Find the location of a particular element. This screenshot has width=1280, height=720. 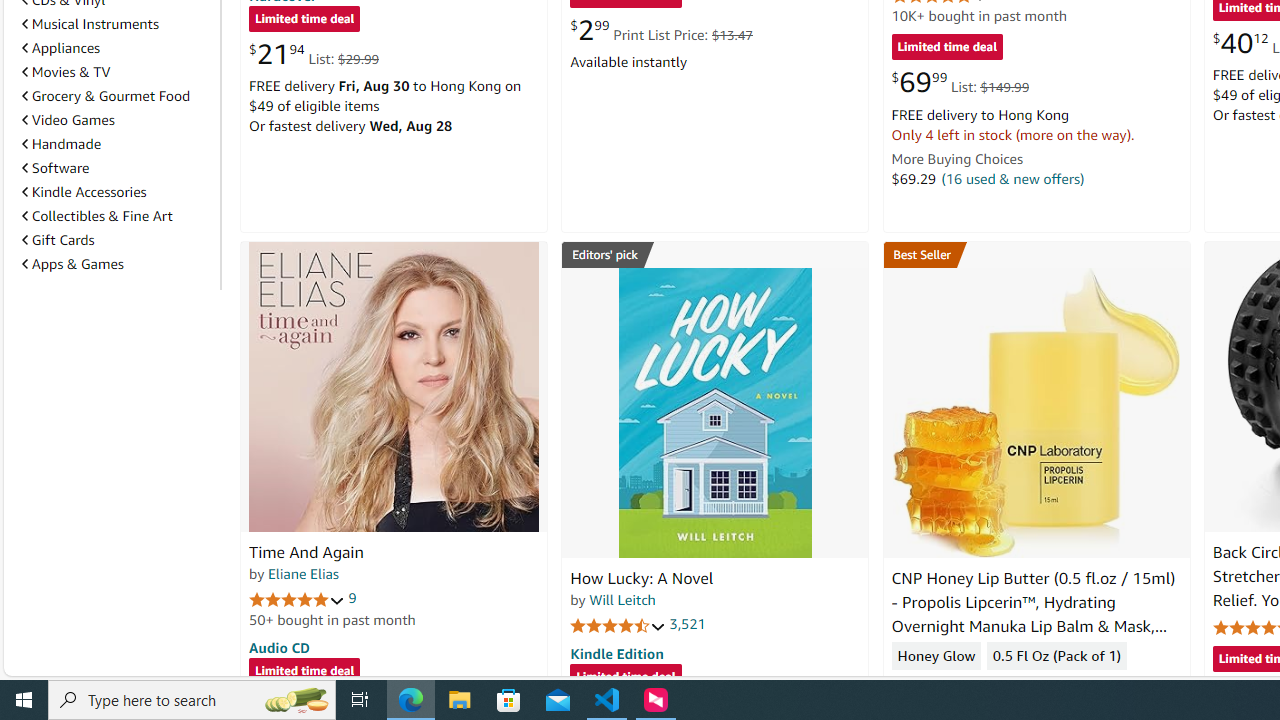

'Grocery & Gourmet Food' is located at coordinates (105, 96).